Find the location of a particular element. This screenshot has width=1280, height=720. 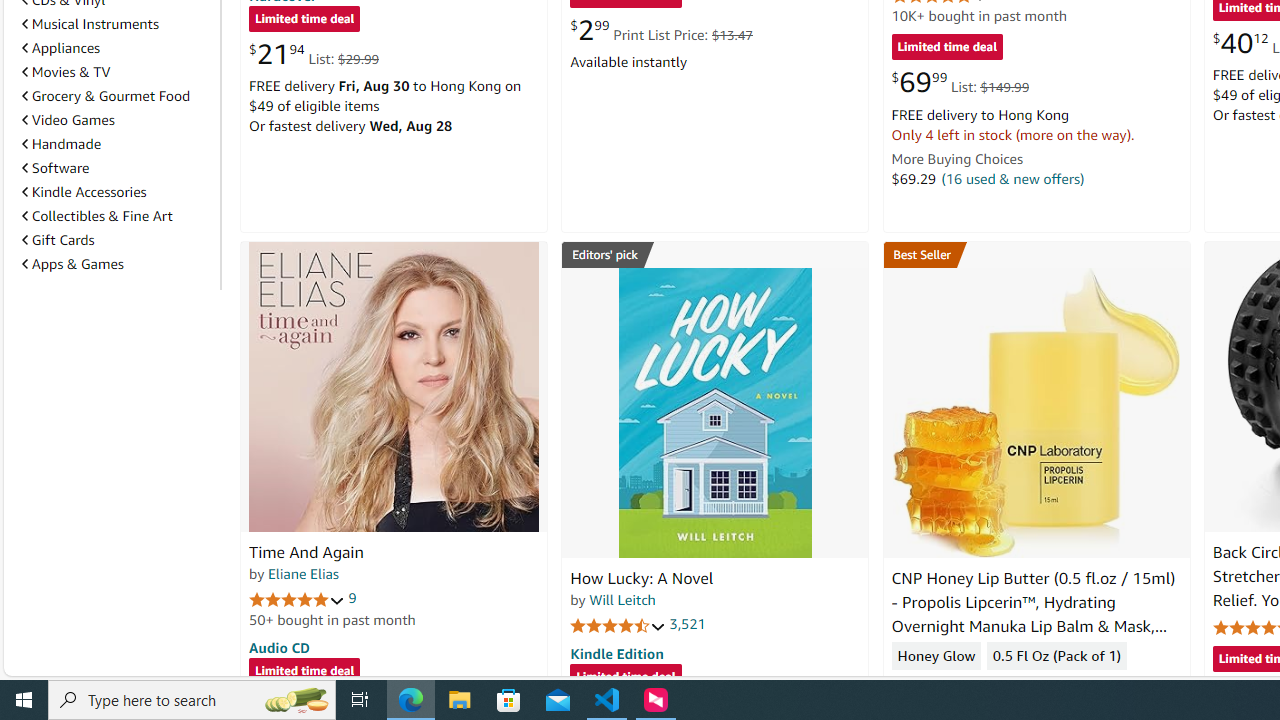

'Grocery & Gourmet Food' is located at coordinates (105, 96).